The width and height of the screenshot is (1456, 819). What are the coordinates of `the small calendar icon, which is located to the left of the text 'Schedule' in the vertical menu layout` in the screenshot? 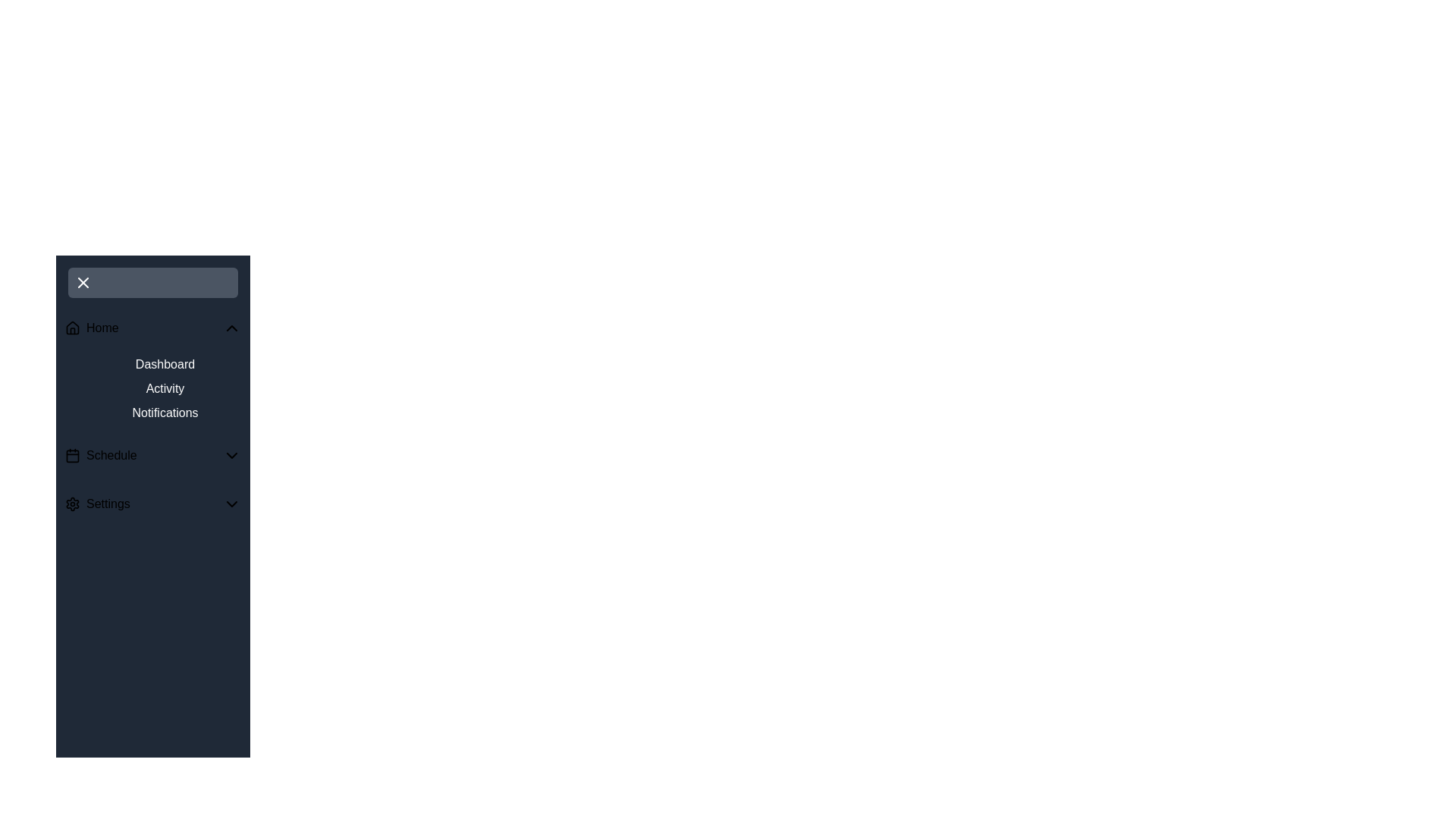 It's located at (72, 455).